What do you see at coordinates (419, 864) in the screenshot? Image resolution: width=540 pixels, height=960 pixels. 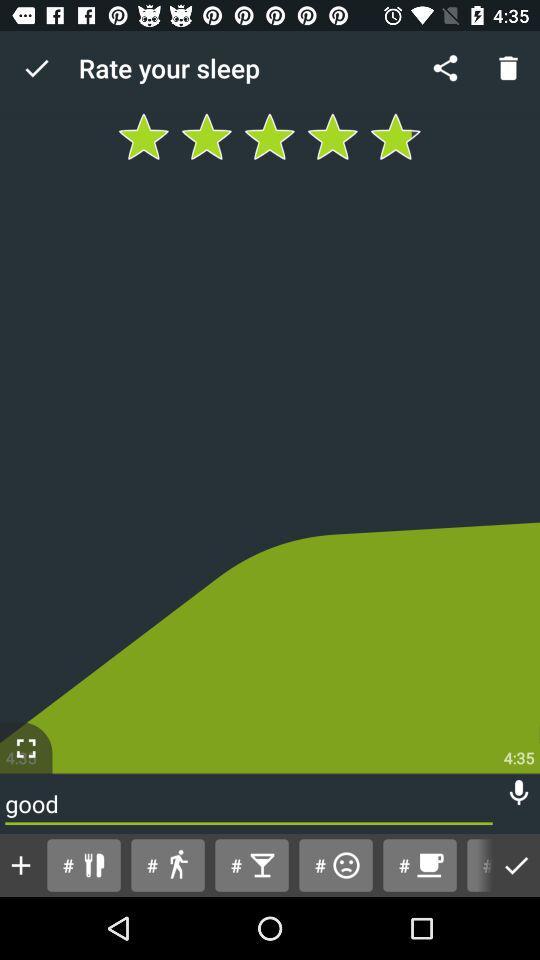 I see `the item next to the # button` at bounding box center [419, 864].